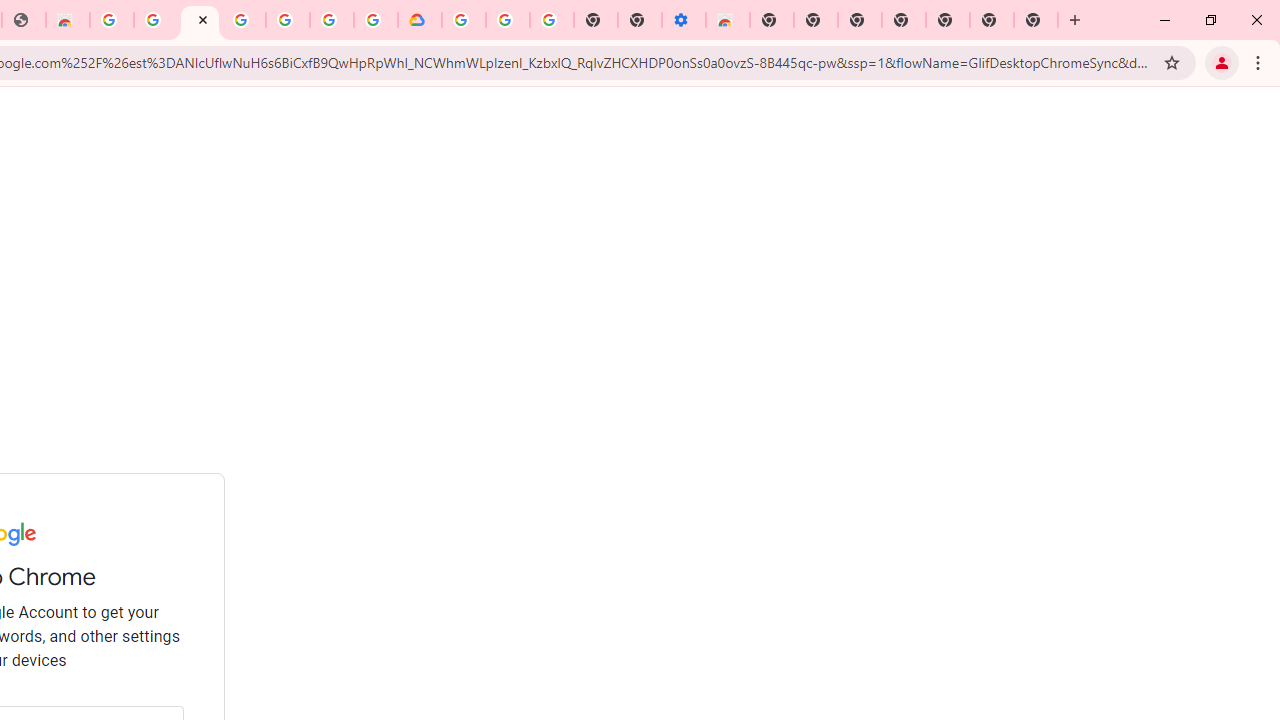  What do you see at coordinates (508, 20) in the screenshot?
I see `'Google Account Help'` at bounding box center [508, 20].